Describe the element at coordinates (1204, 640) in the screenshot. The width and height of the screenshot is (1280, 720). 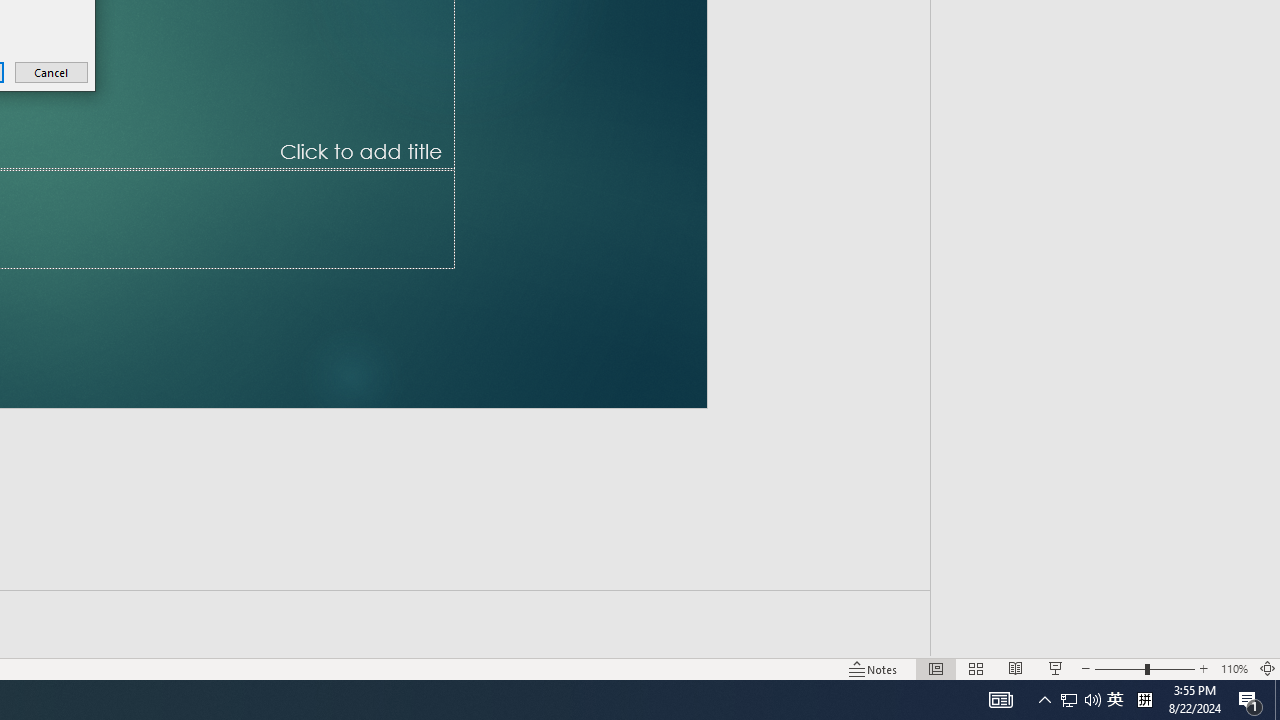
I see `'Zoom In'` at that location.